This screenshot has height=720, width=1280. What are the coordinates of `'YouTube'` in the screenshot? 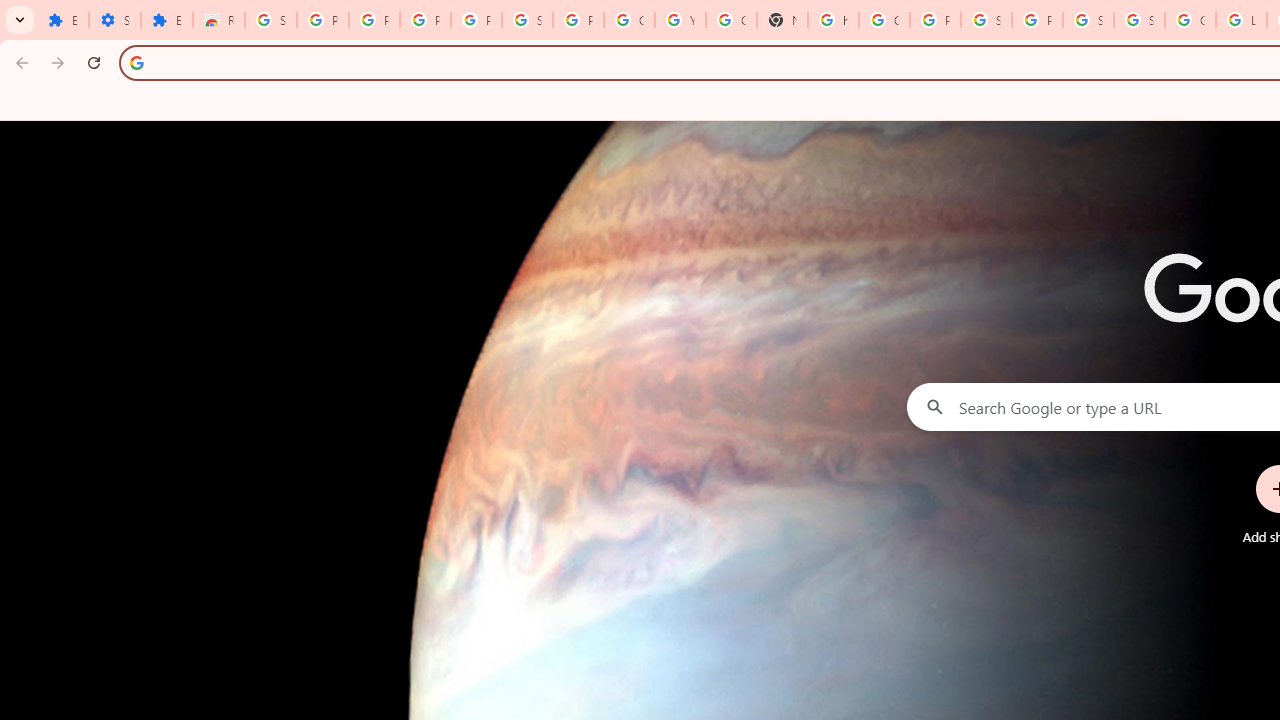 It's located at (680, 20).